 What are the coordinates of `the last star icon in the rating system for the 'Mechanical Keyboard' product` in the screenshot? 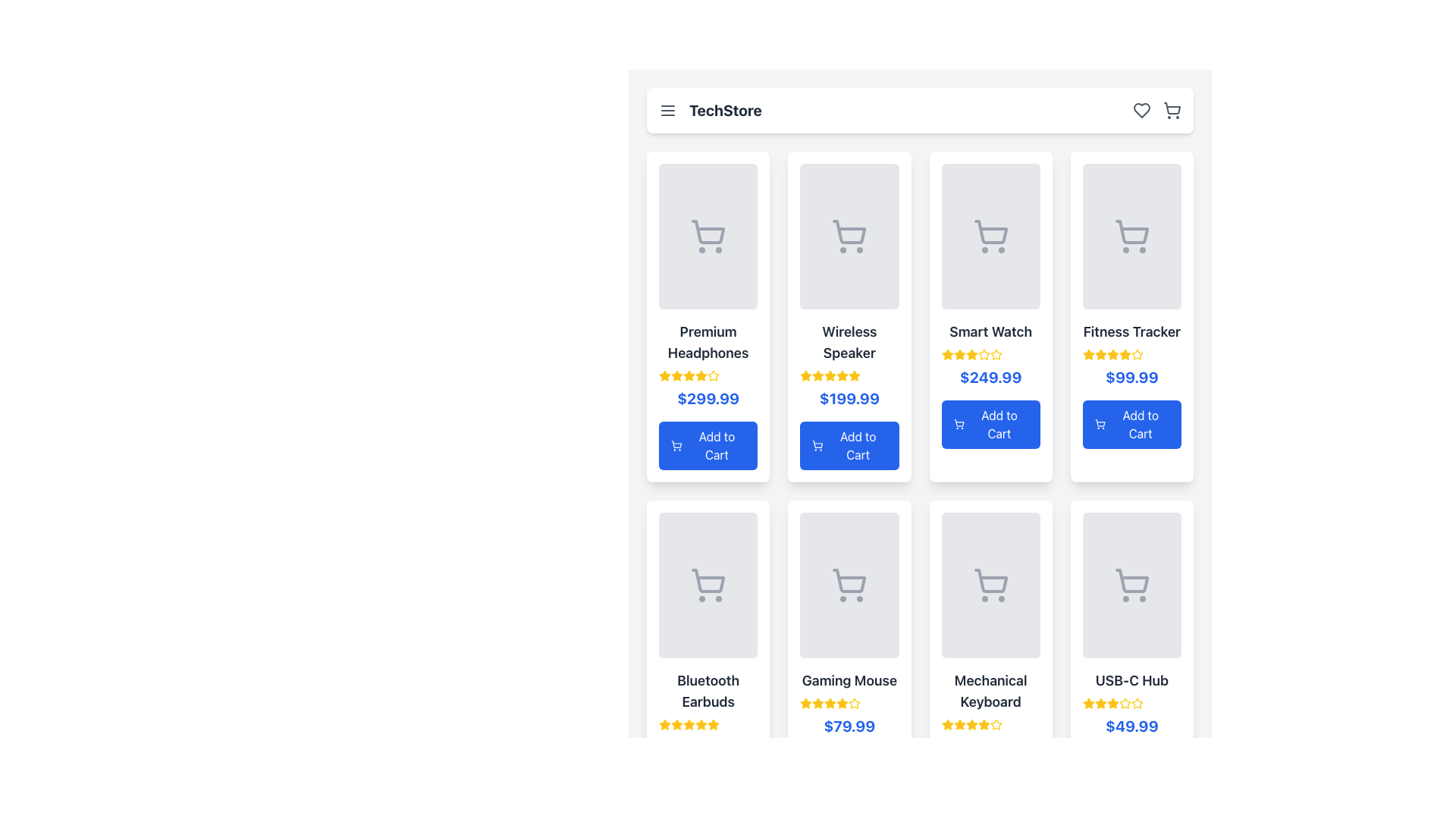 It's located at (996, 723).